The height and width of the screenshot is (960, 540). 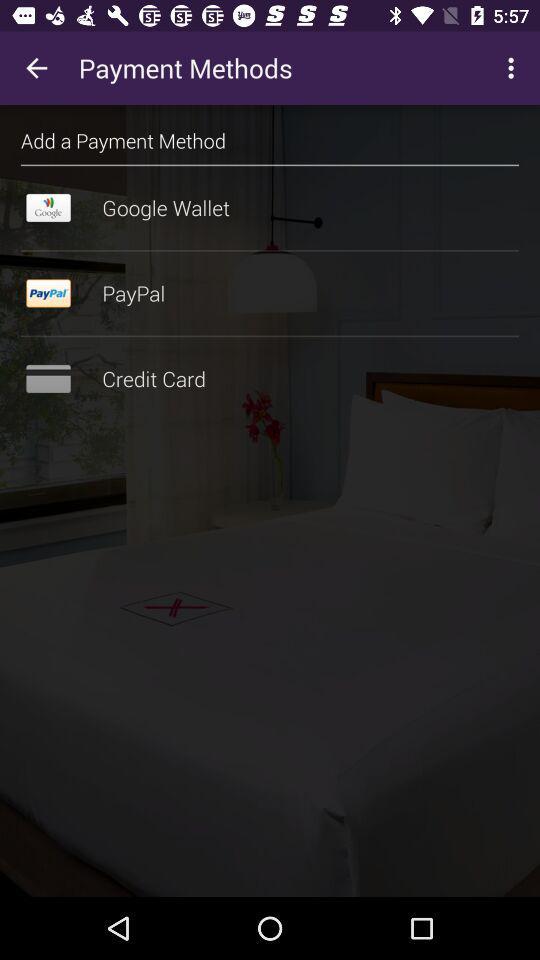 I want to click on icon below google wallet item, so click(x=270, y=249).